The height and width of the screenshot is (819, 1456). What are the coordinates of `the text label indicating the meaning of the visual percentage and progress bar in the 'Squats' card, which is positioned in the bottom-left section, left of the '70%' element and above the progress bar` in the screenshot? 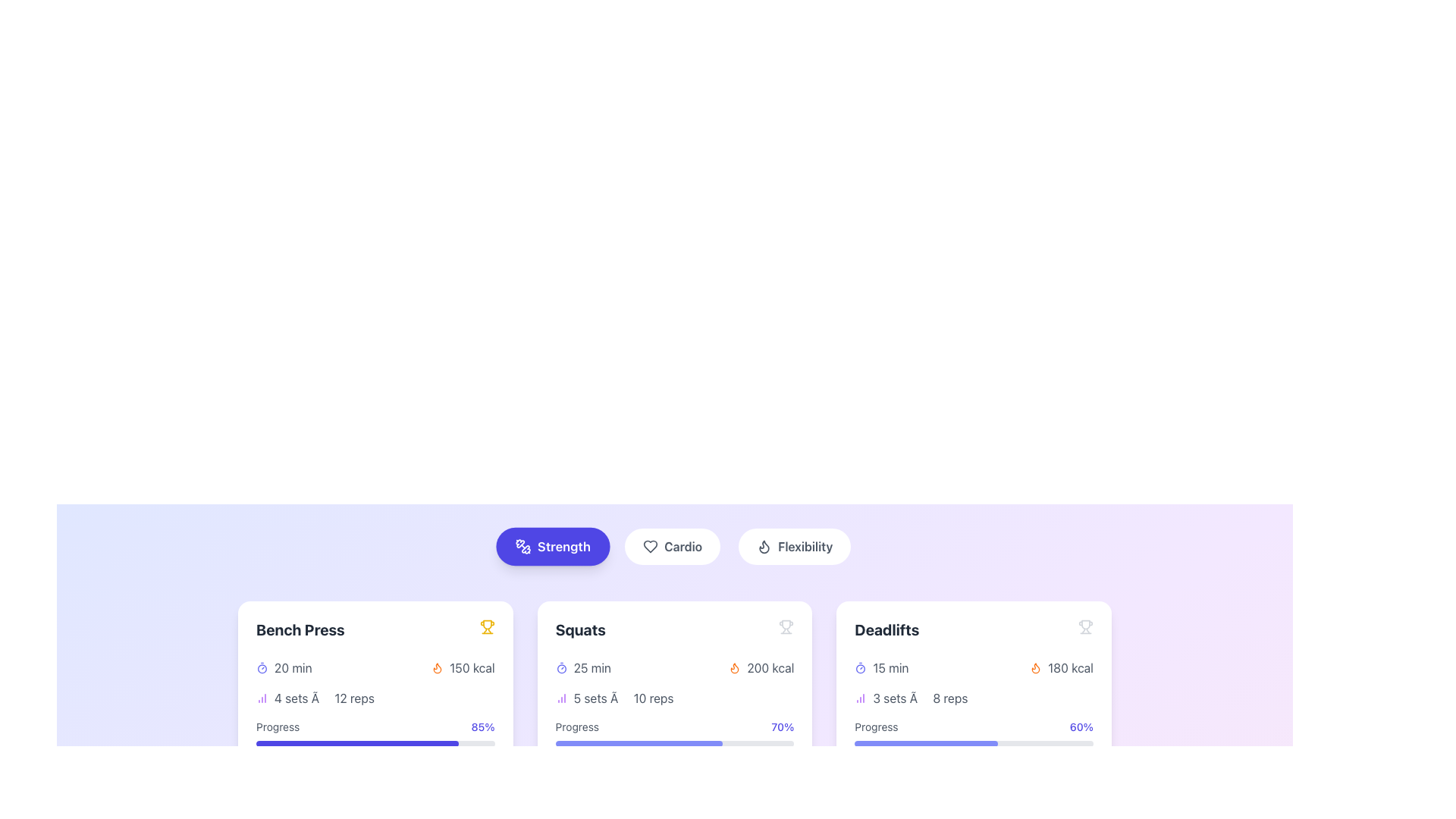 It's located at (576, 726).